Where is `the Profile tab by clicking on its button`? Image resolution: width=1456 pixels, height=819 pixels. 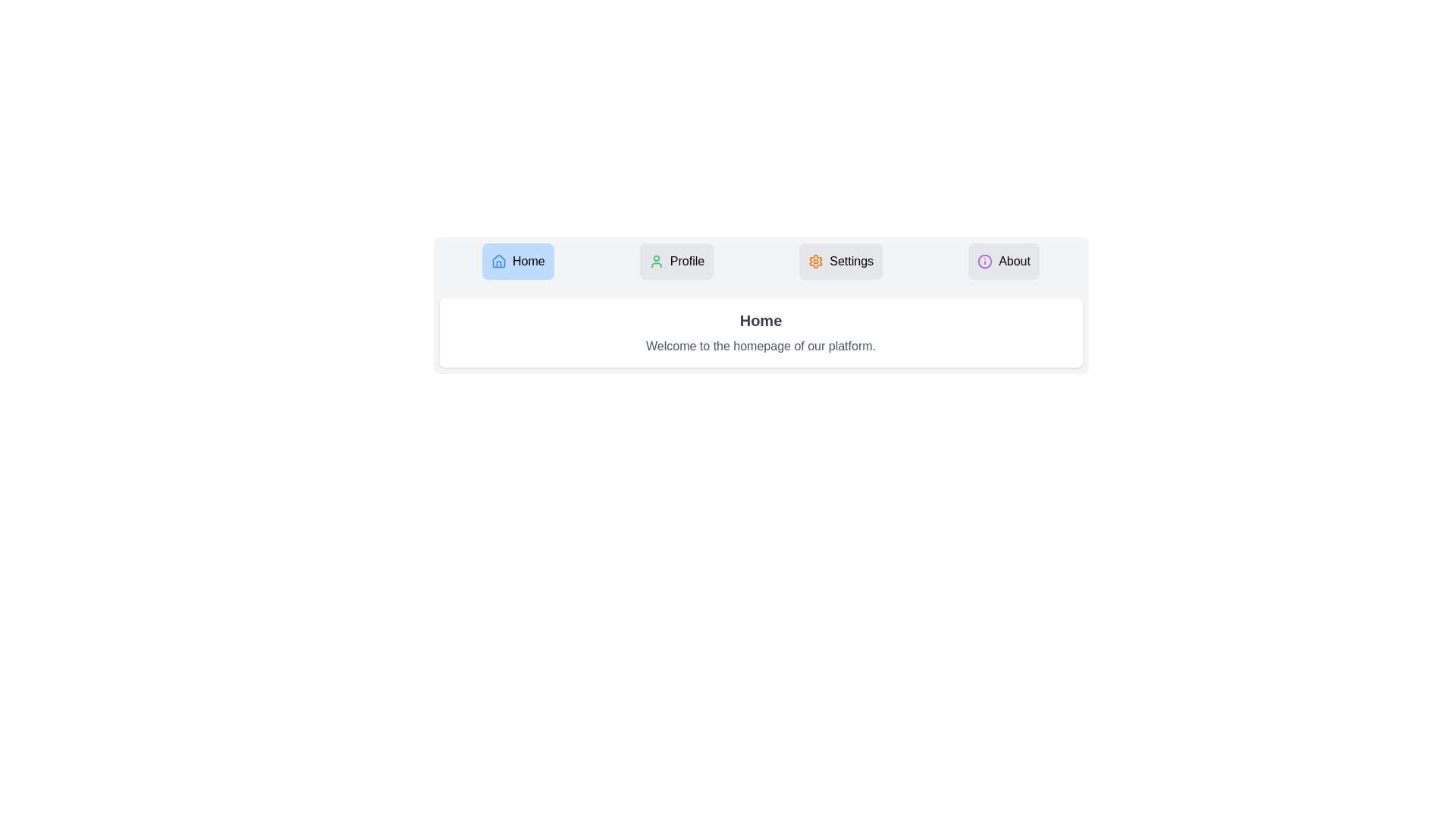 the Profile tab by clicking on its button is located at coordinates (676, 260).